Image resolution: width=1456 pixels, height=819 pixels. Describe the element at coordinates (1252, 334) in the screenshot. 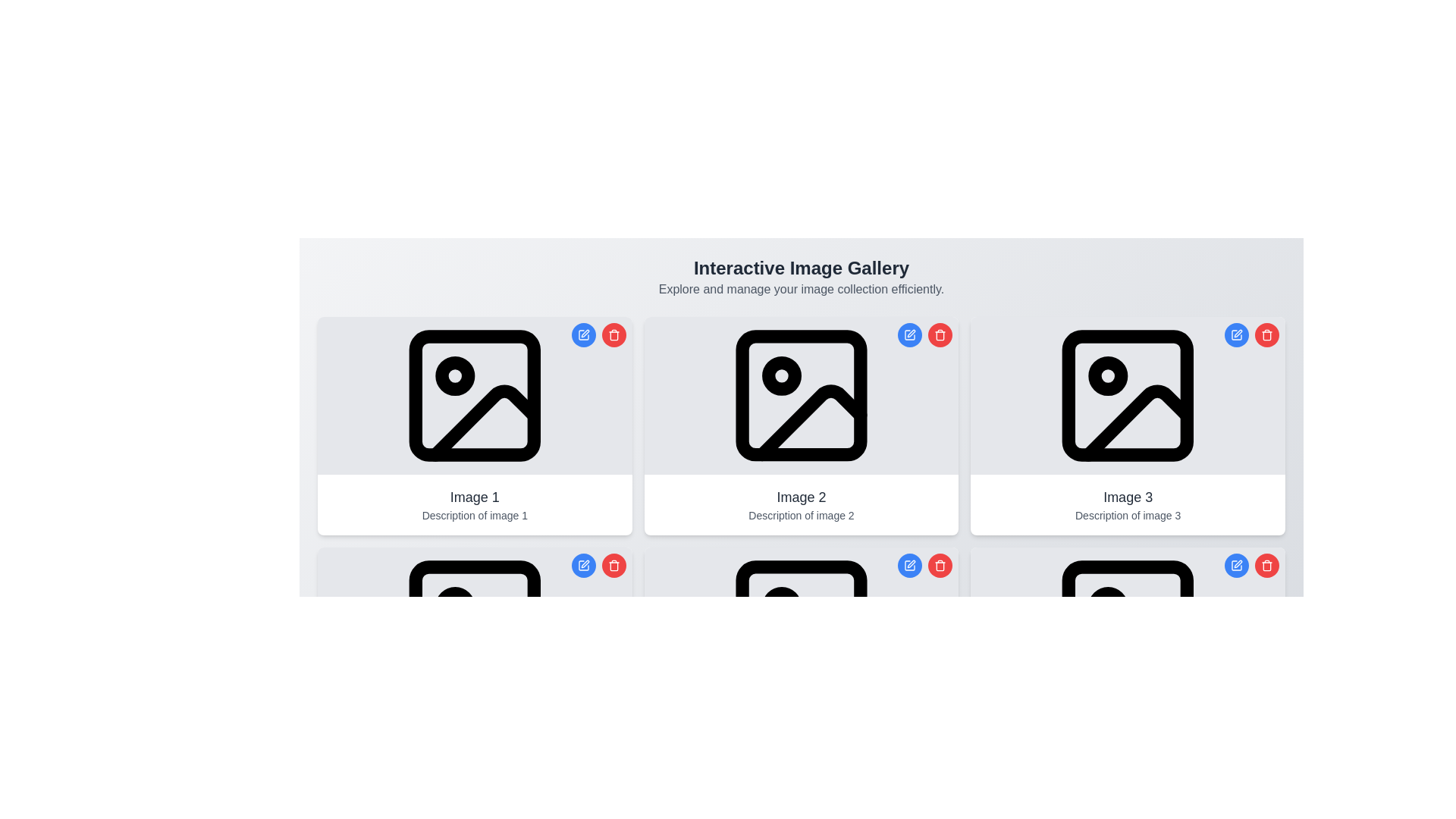

I see `the red button in the top-right corner of the image card labeled 'Image 3'` at that location.